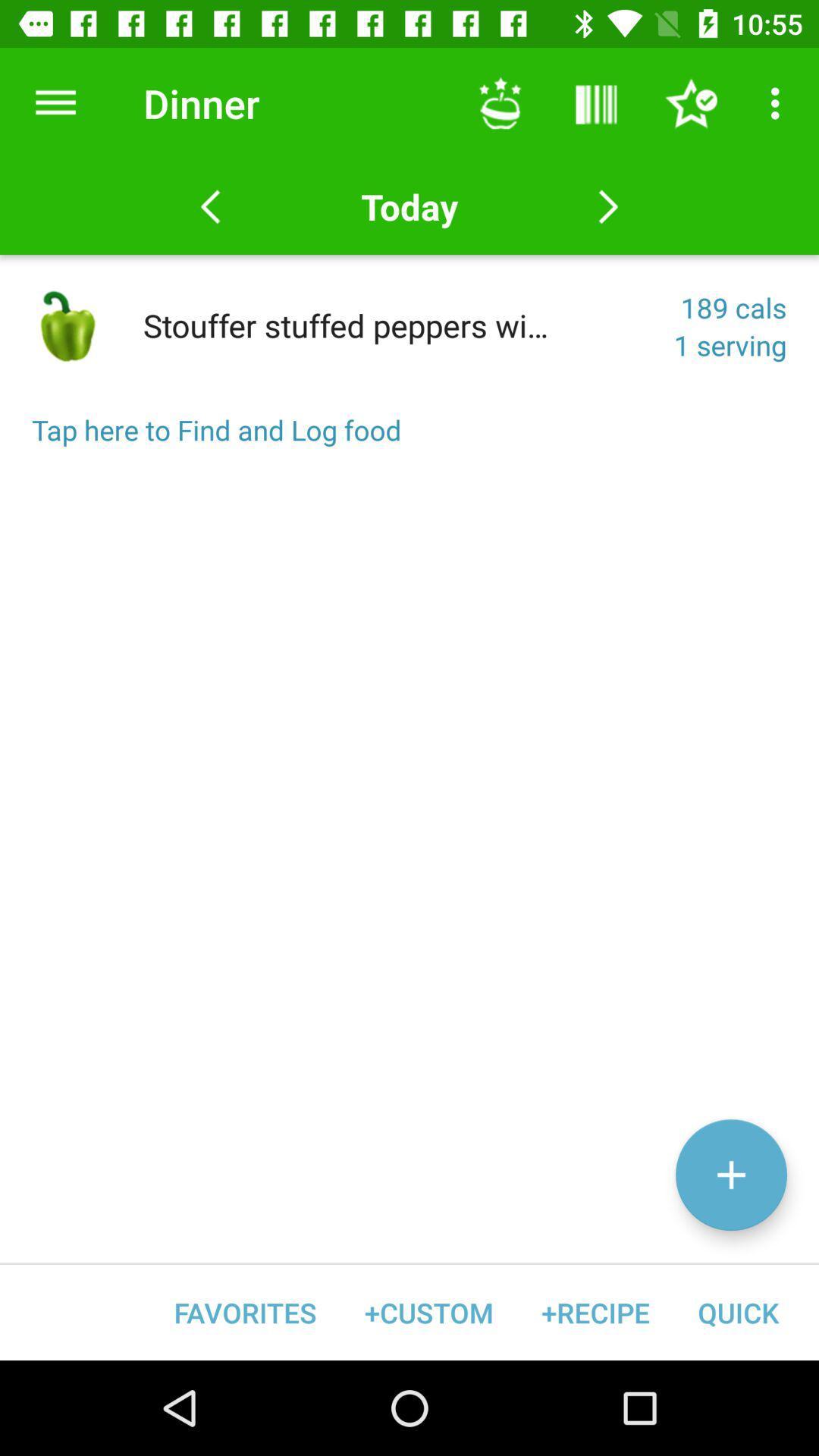  Describe the element at coordinates (244, 1312) in the screenshot. I see `favorites item` at that location.